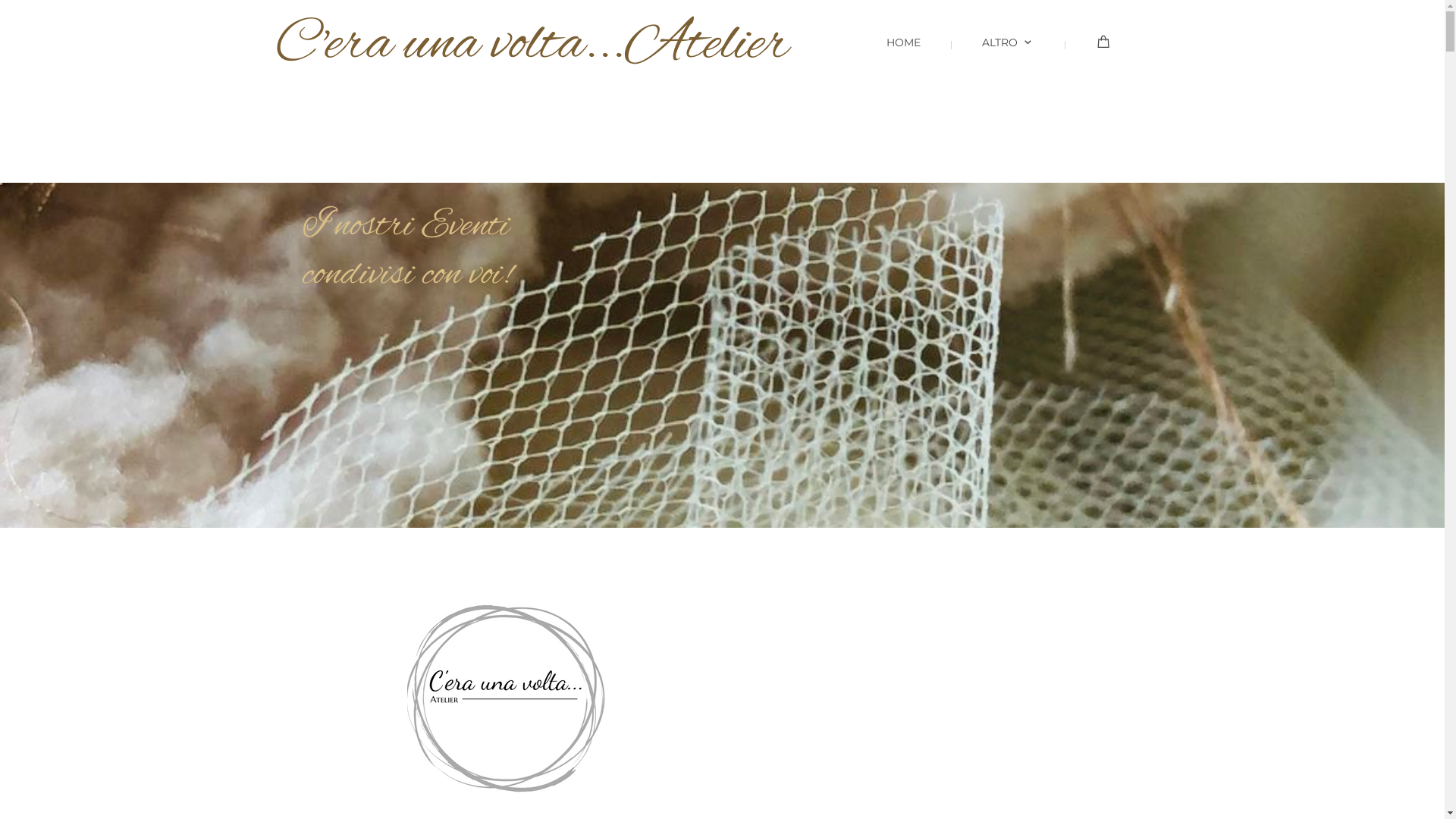 This screenshot has height=819, width=1456. Describe the element at coordinates (996, 54) in the screenshot. I see `'ALTRO'` at that location.